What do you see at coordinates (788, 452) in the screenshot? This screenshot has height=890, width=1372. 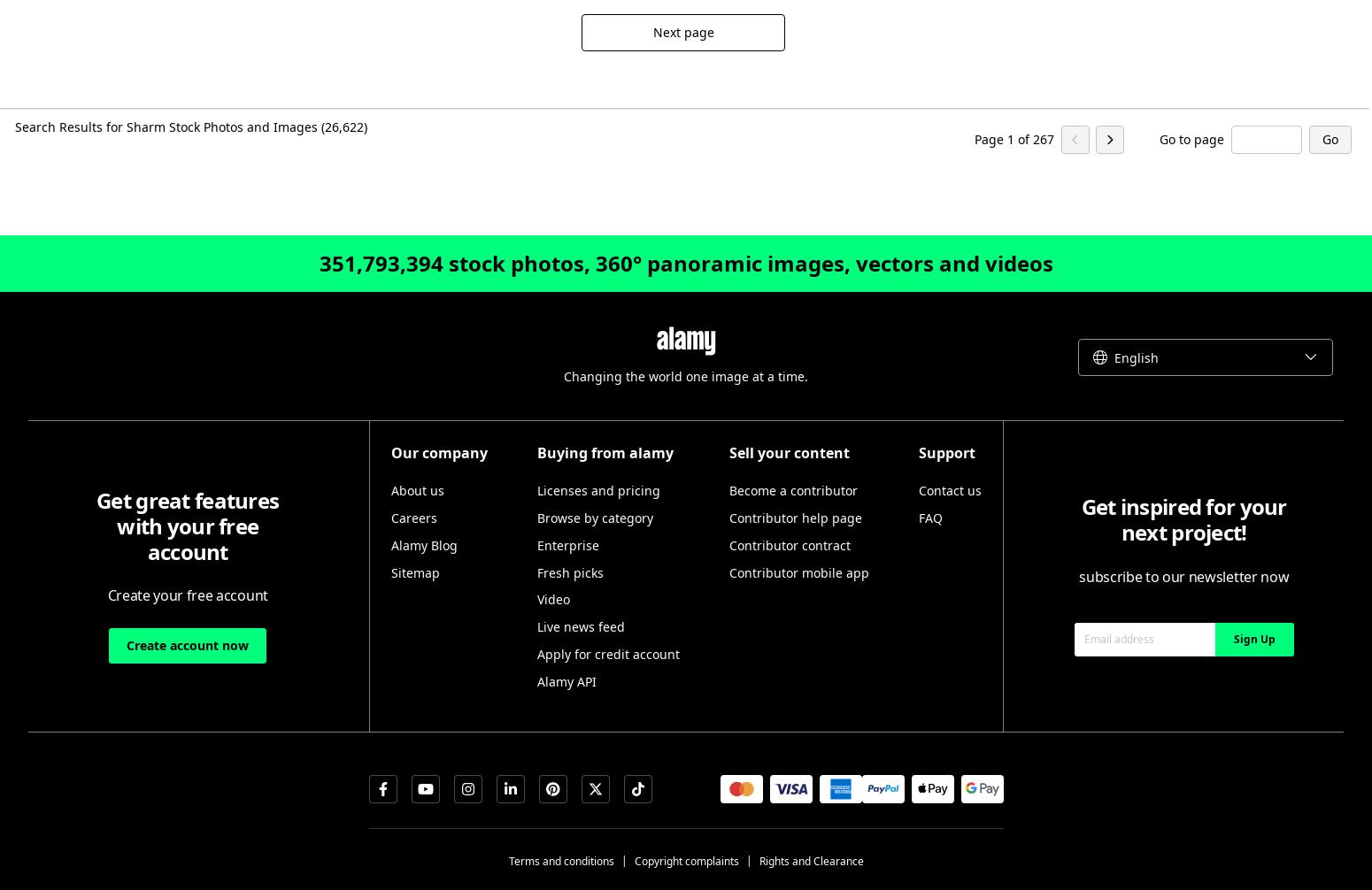 I see `'Sell your content'` at bounding box center [788, 452].